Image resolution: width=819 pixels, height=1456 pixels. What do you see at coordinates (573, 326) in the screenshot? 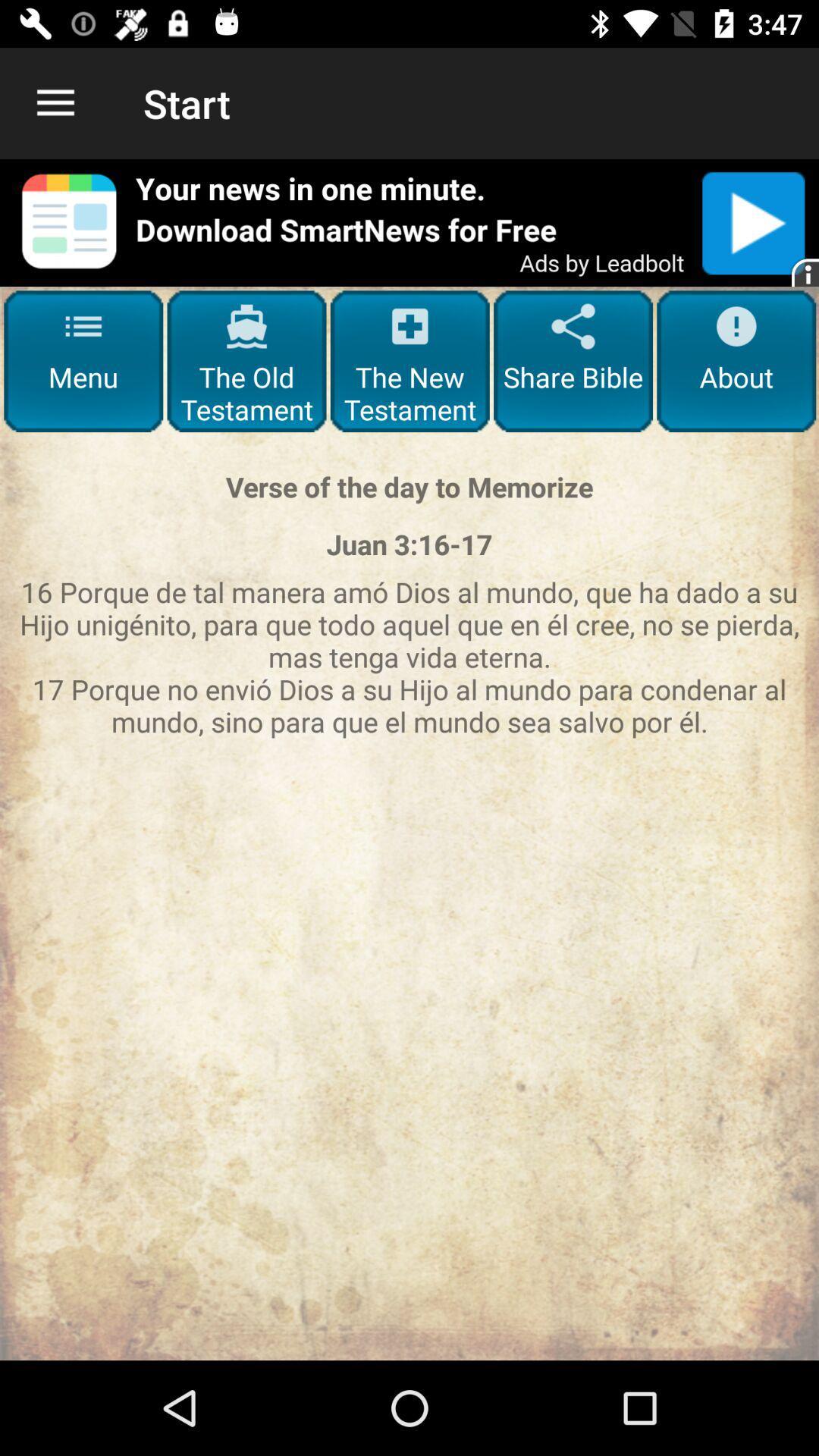
I see `the icon which is above the share bible` at bounding box center [573, 326].